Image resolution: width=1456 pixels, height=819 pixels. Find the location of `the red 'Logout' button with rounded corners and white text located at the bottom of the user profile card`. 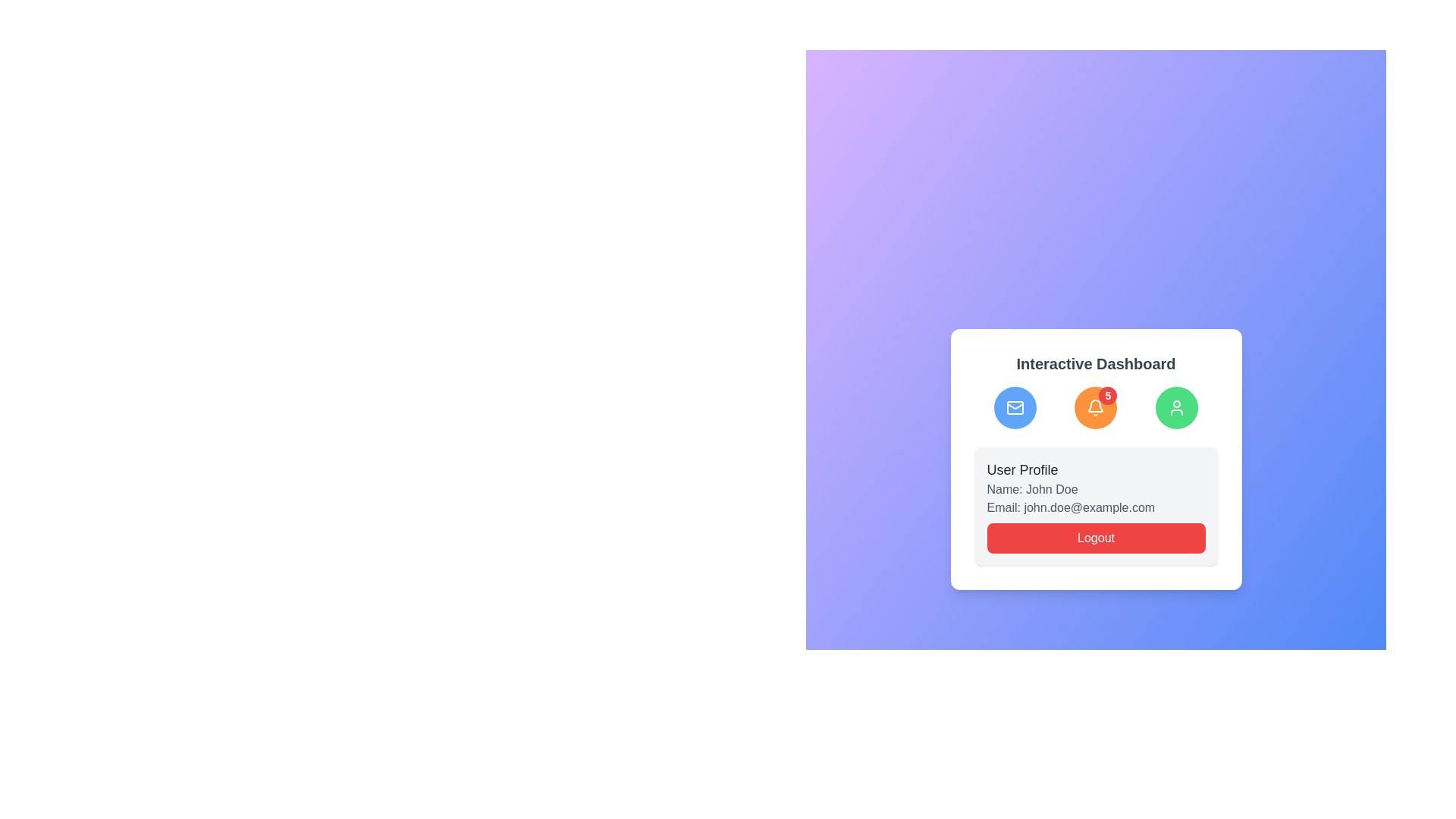

the red 'Logout' button with rounded corners and white text located at the bottom of the user profile card is located at coordinates (1096, 537).